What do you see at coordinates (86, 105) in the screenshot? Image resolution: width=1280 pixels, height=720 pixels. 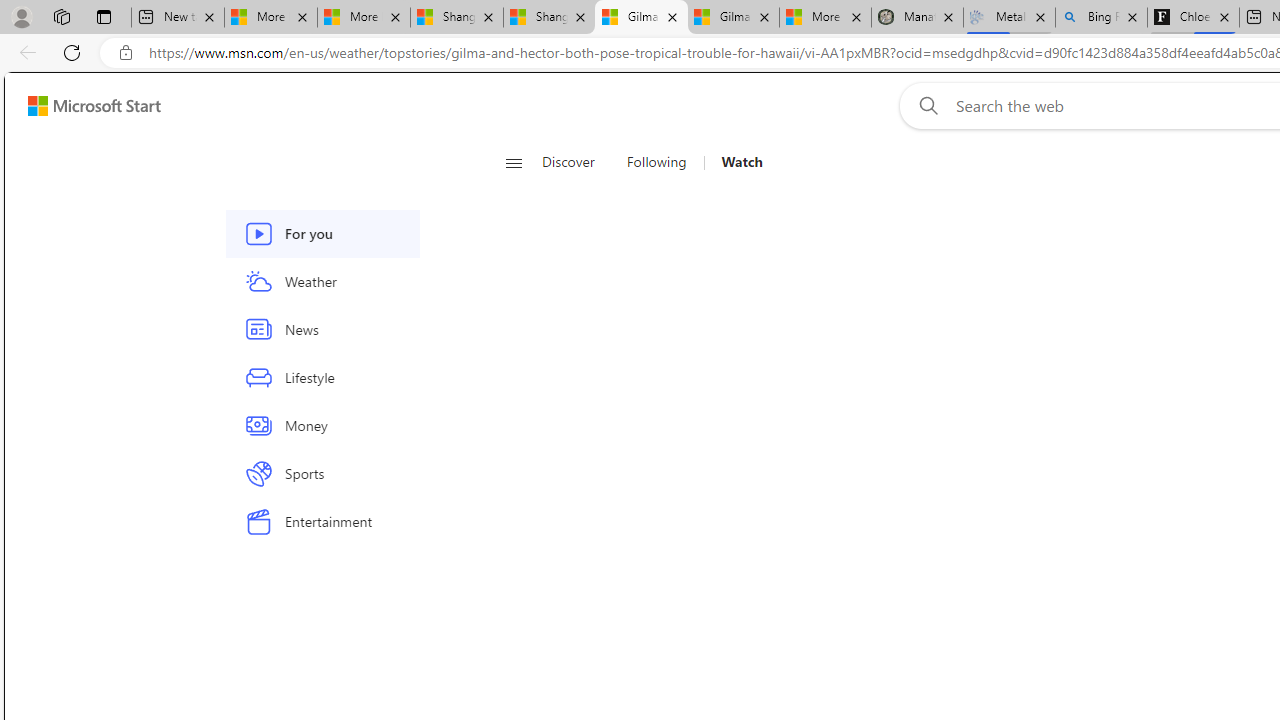 I see `'Skip to content'` at bounding box center [86, 105].